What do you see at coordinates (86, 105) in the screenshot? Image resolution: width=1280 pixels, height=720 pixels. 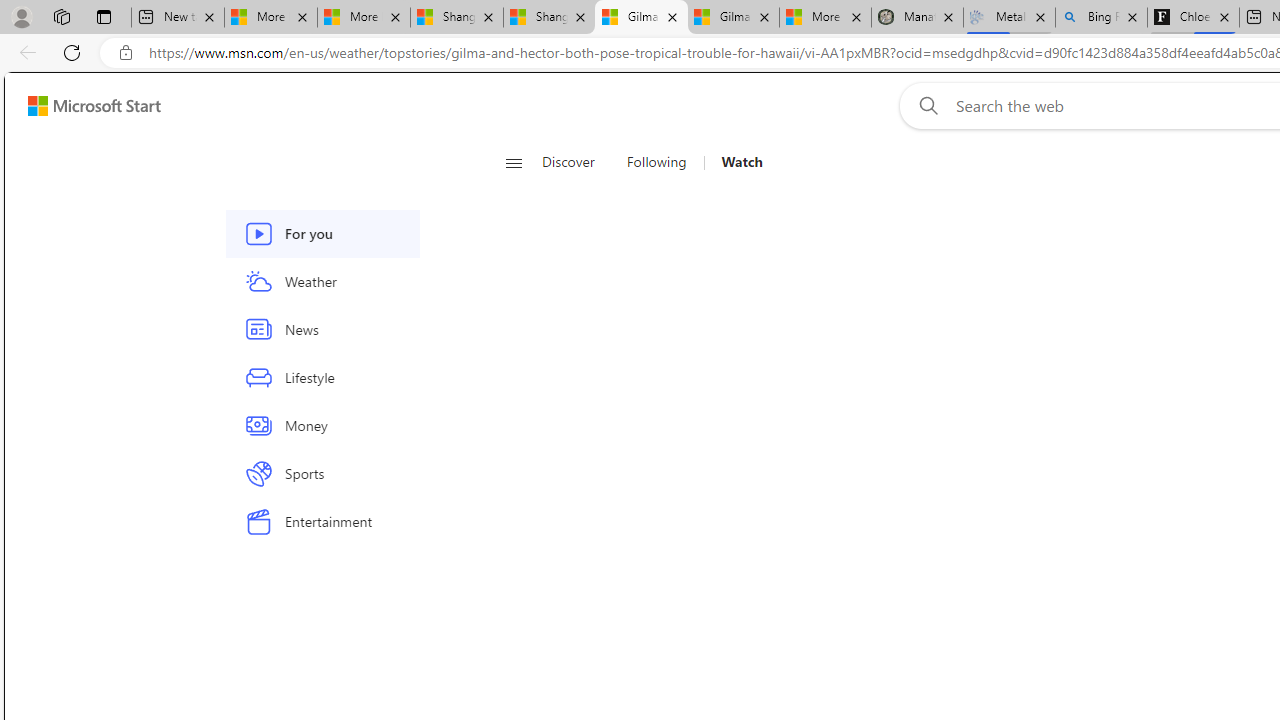 I see `'Skip to content'` at bounding box center [86, 105].